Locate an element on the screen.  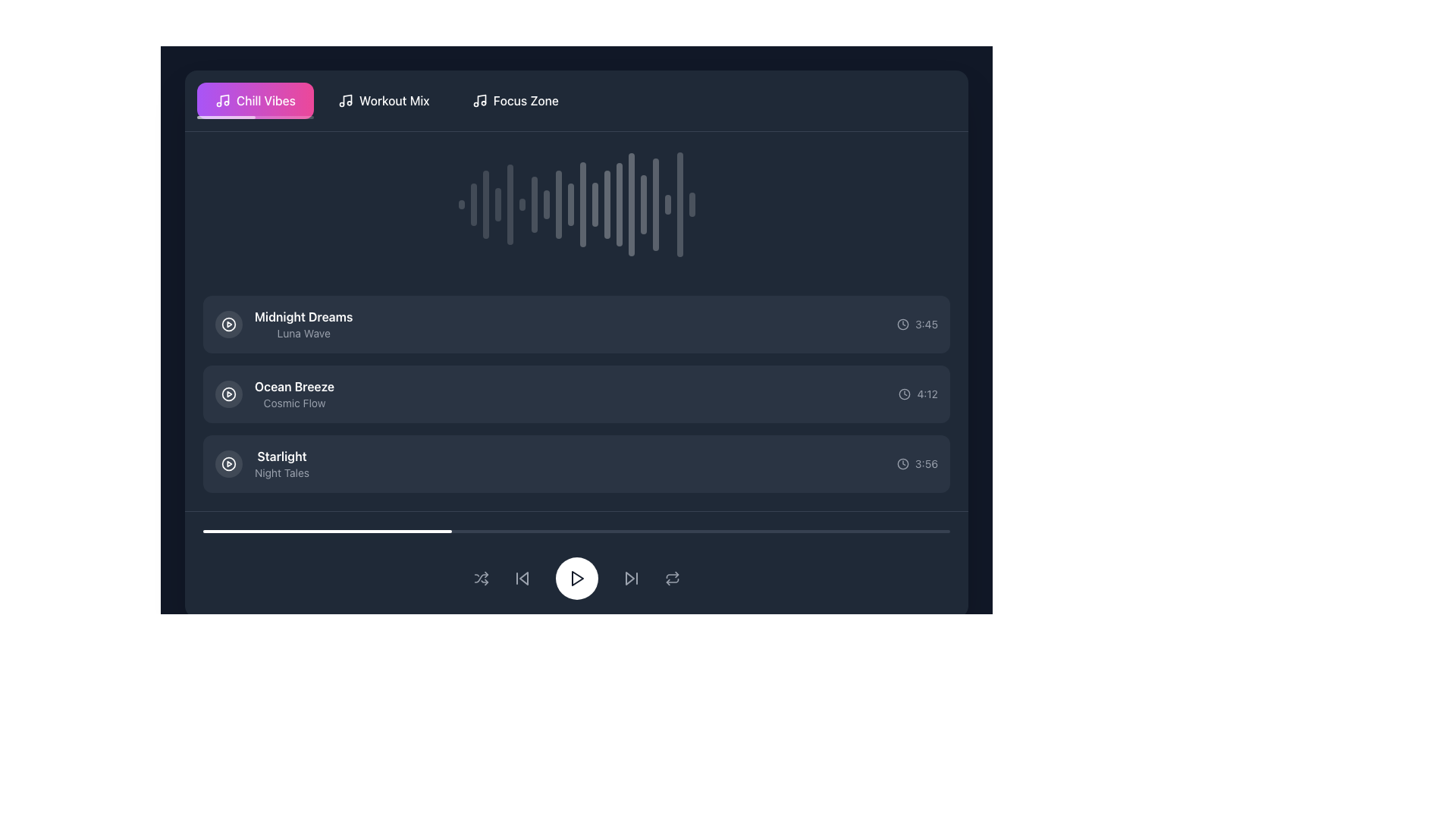
the progress bar indicating the selected state of the 'Chill Vibes' button, which is positioned at the bottom of the button and spans its full width is located at coordinates (255, 116).